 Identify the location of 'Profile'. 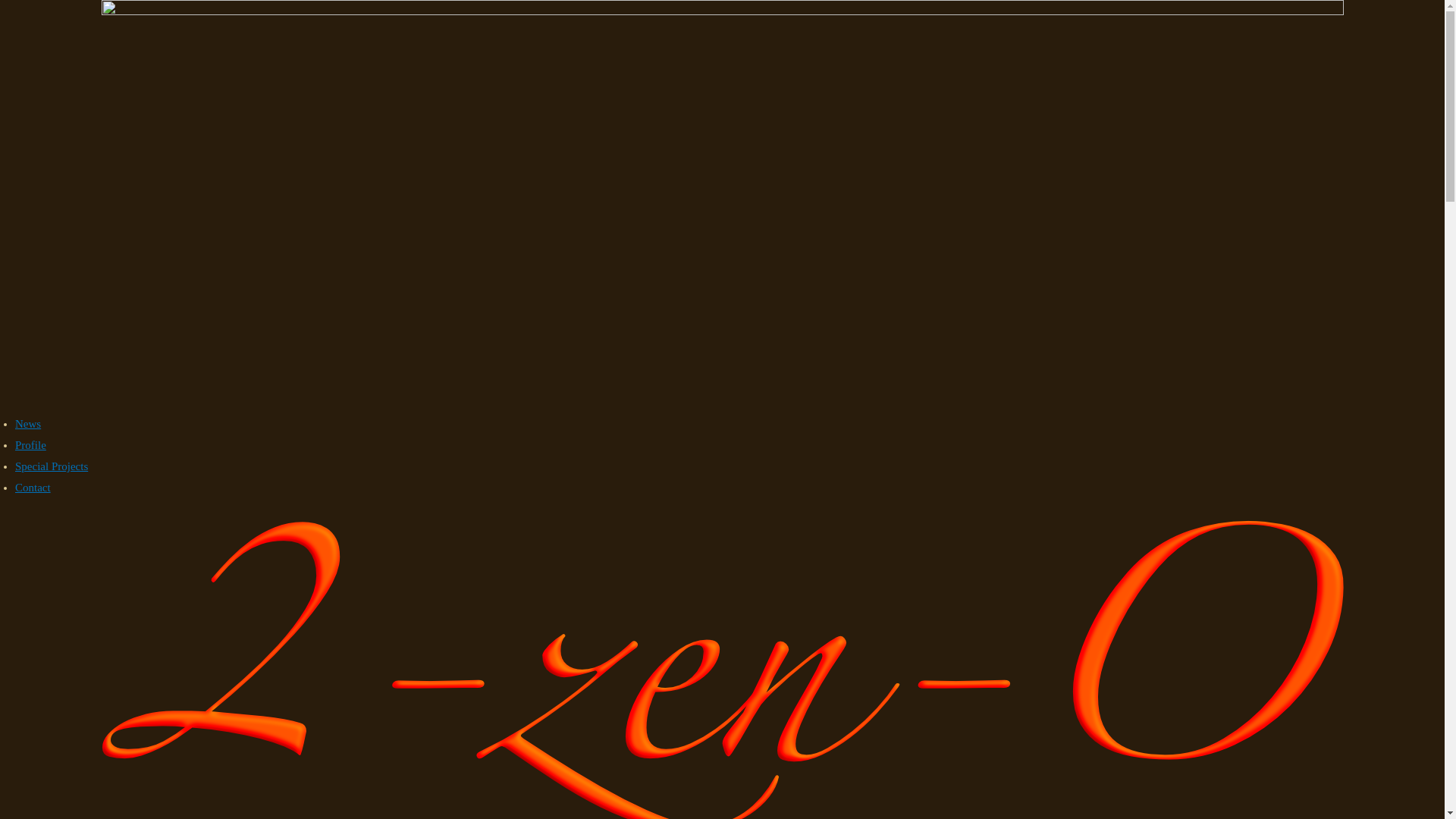
(14, 444).